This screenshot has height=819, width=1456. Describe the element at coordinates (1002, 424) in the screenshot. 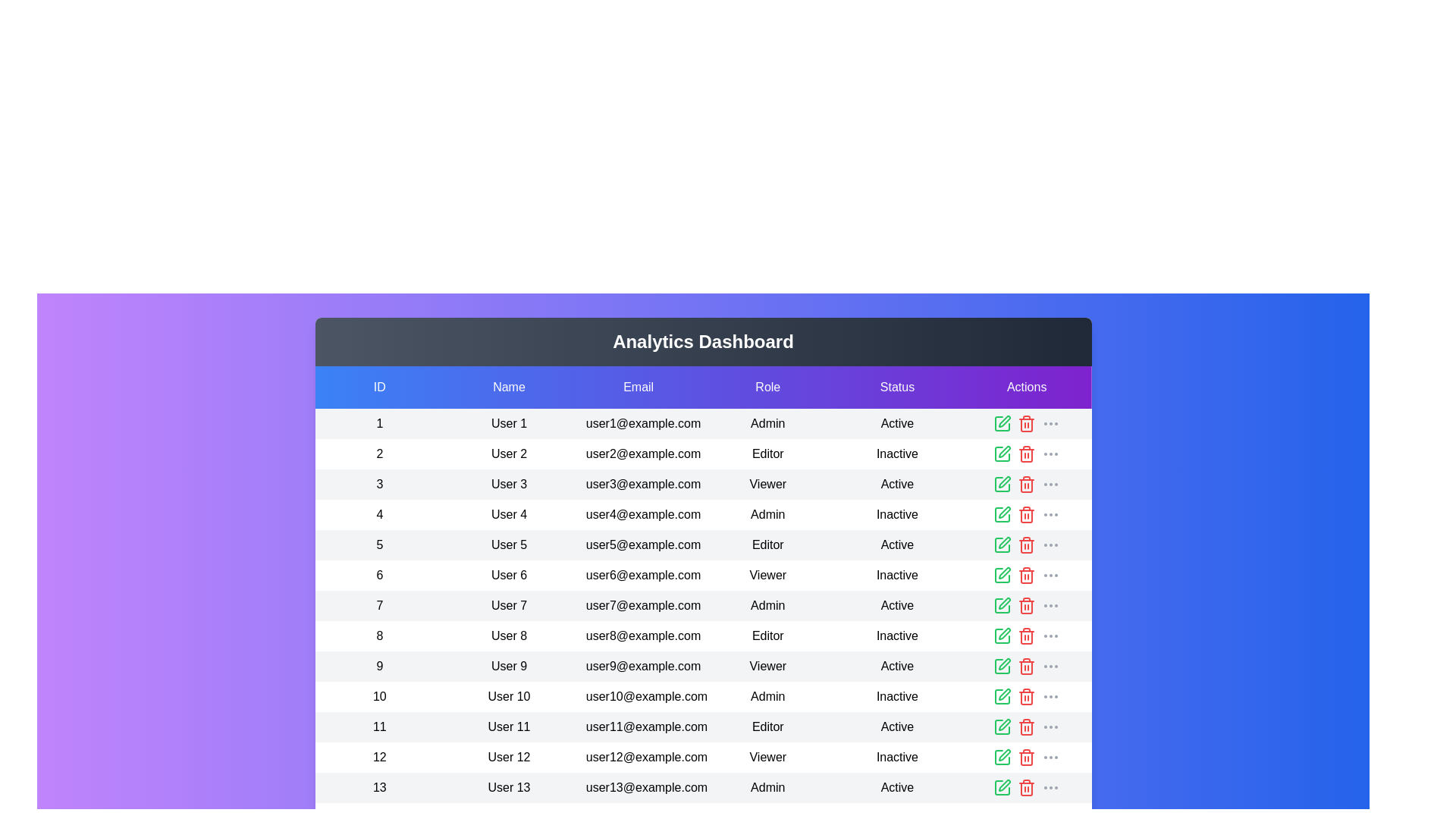

I see `the edit icon for the user with ID 1` at that location.